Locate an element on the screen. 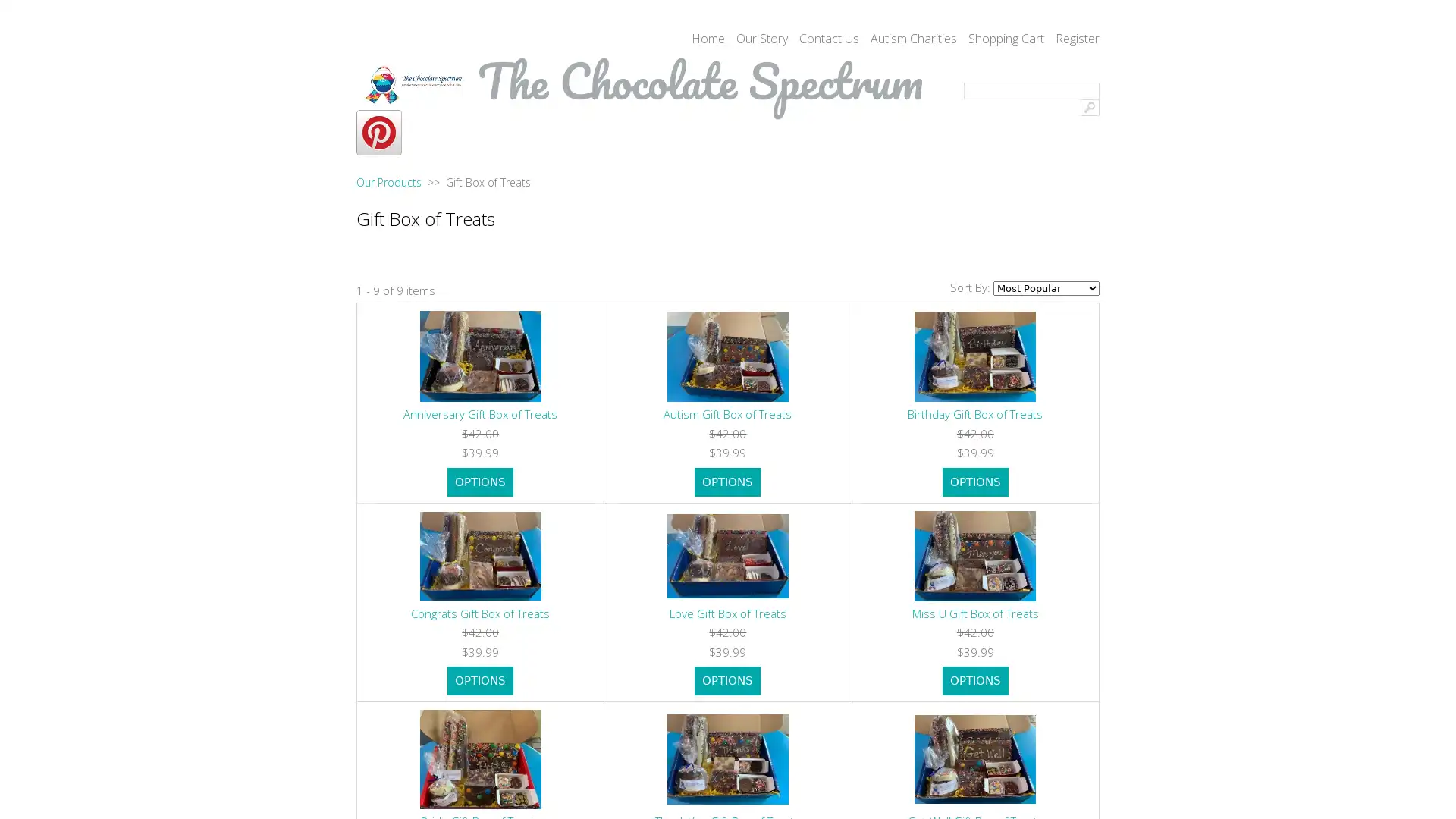  Options is located at coordinates (726, 482).